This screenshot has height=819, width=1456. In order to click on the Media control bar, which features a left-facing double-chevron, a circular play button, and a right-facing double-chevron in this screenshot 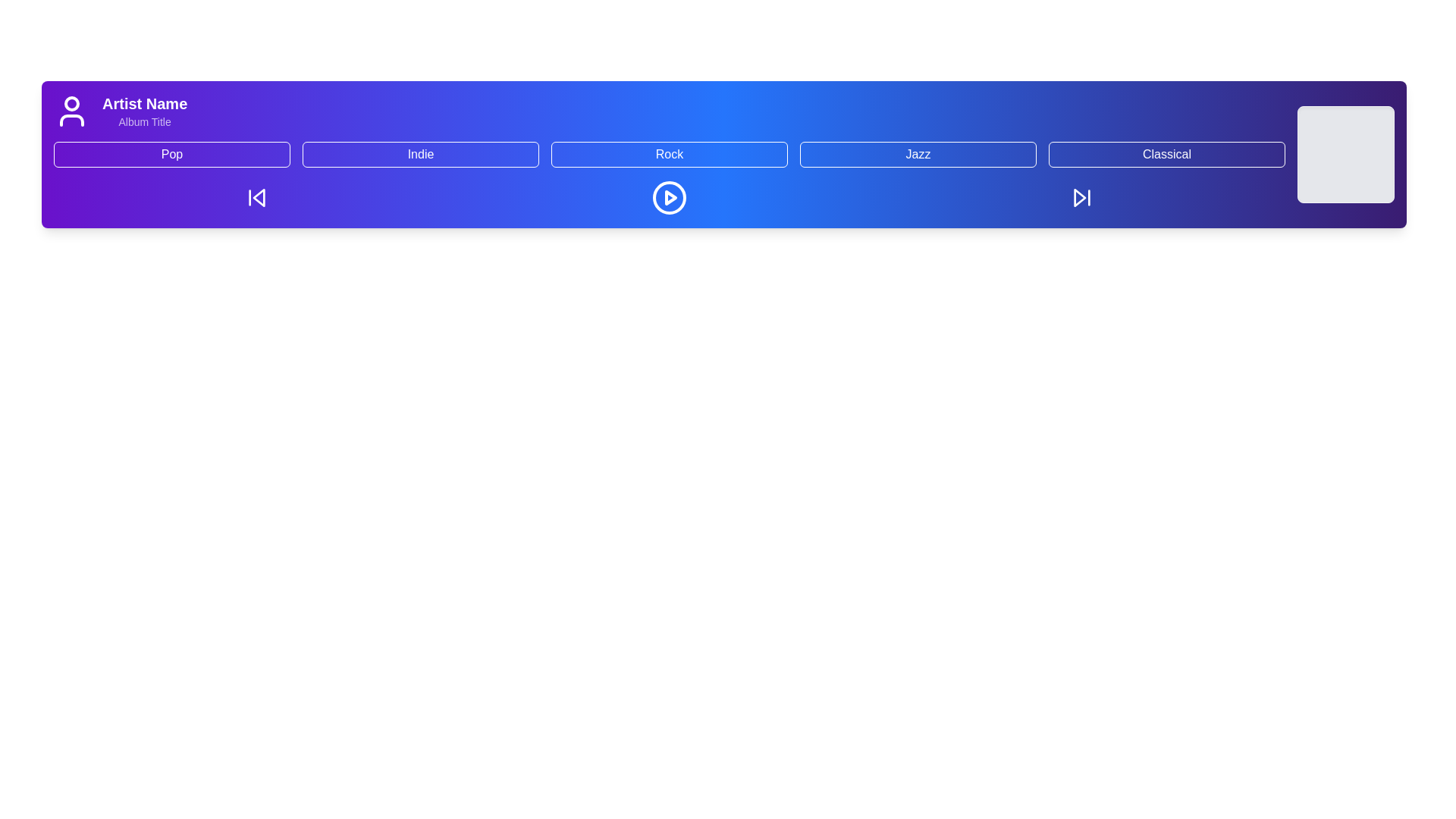, I will do `click(669, 197)`.